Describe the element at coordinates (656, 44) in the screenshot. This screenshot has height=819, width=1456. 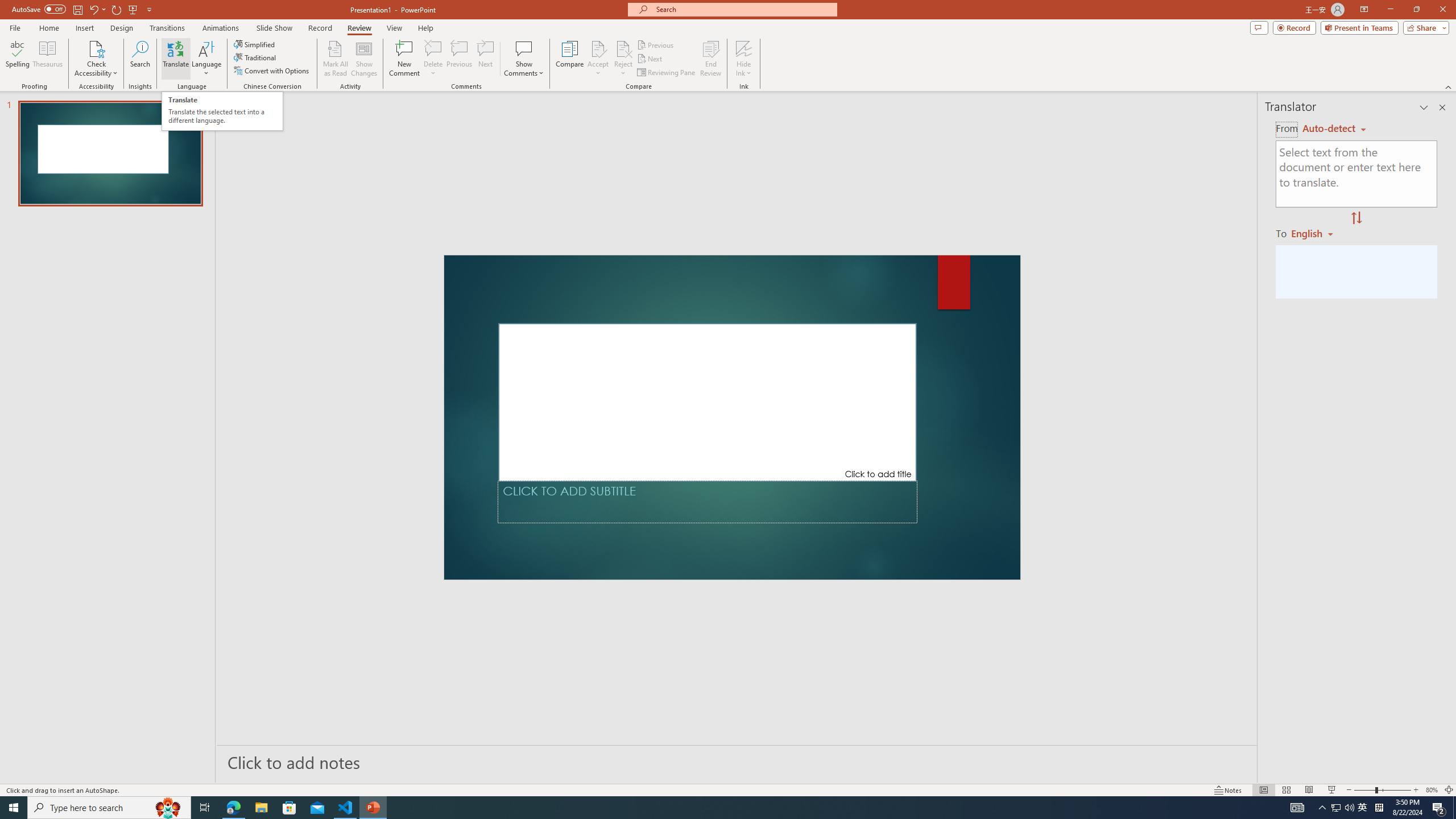
I see `'Previous'` at that location.